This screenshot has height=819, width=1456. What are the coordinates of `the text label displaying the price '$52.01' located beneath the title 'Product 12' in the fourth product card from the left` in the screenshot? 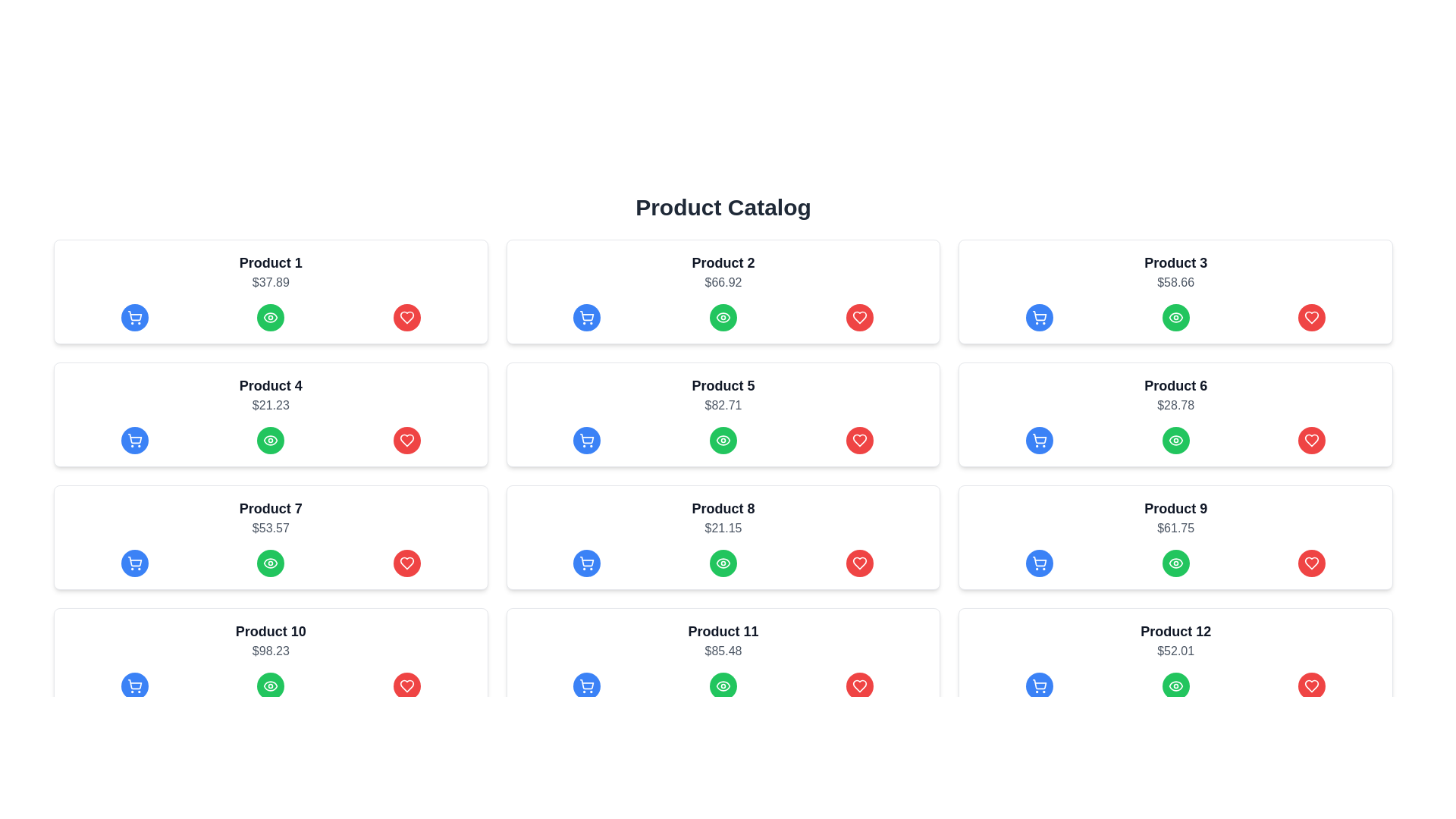 It's located at (1175, 651).